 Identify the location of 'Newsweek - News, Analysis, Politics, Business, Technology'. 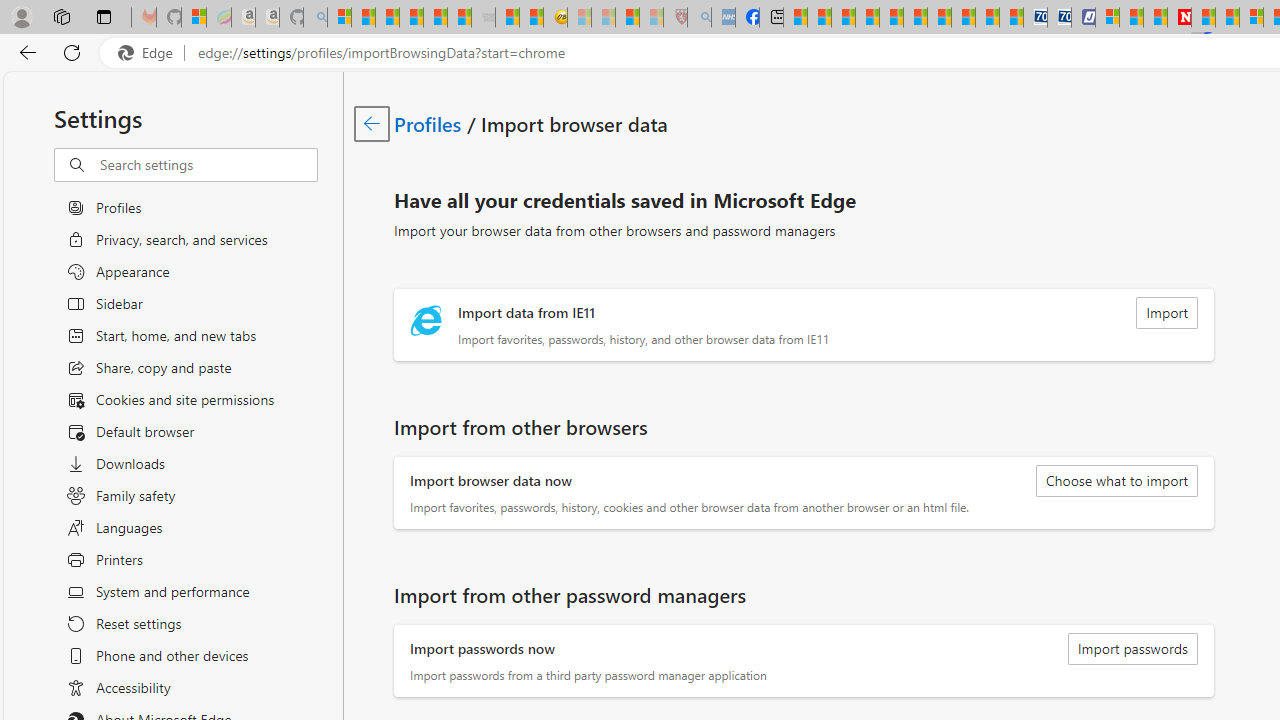
(1179, 17).